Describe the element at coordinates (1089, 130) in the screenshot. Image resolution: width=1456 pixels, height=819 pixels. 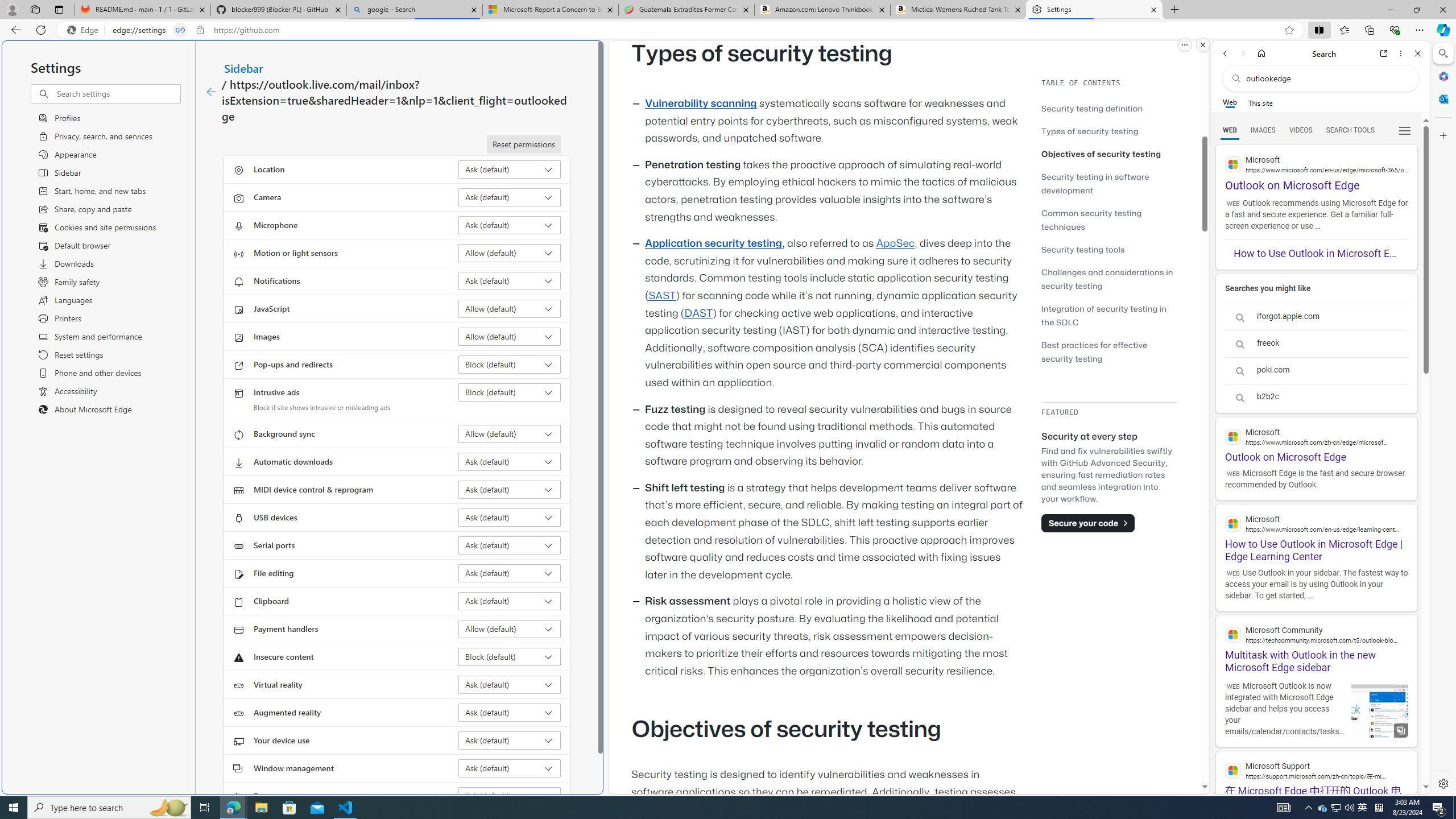
I see `'Types of security testing'` at that location.